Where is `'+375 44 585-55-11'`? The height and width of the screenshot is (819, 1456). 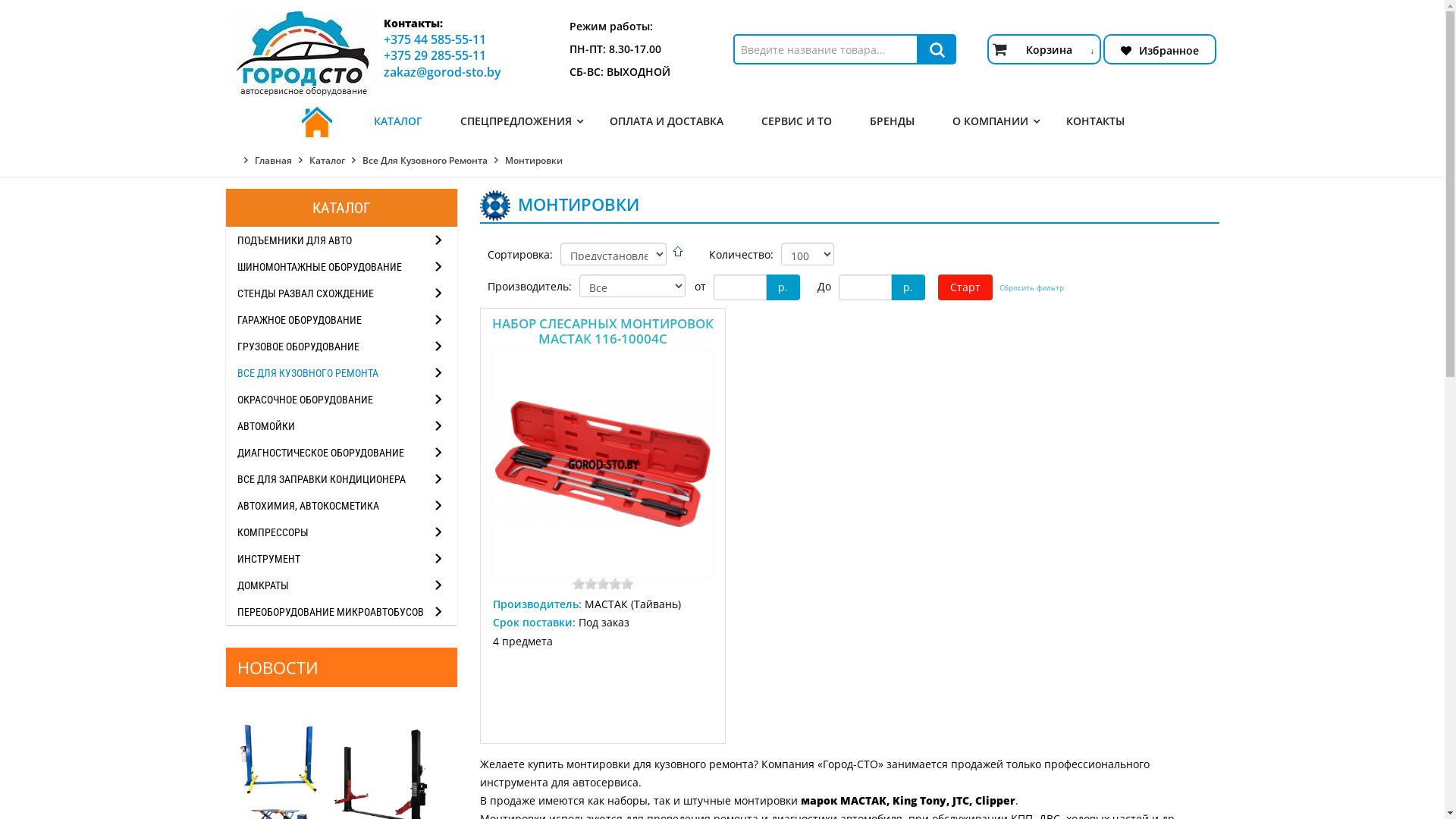 '+375 44 585-55-11' is located at coordinates (434, 37).